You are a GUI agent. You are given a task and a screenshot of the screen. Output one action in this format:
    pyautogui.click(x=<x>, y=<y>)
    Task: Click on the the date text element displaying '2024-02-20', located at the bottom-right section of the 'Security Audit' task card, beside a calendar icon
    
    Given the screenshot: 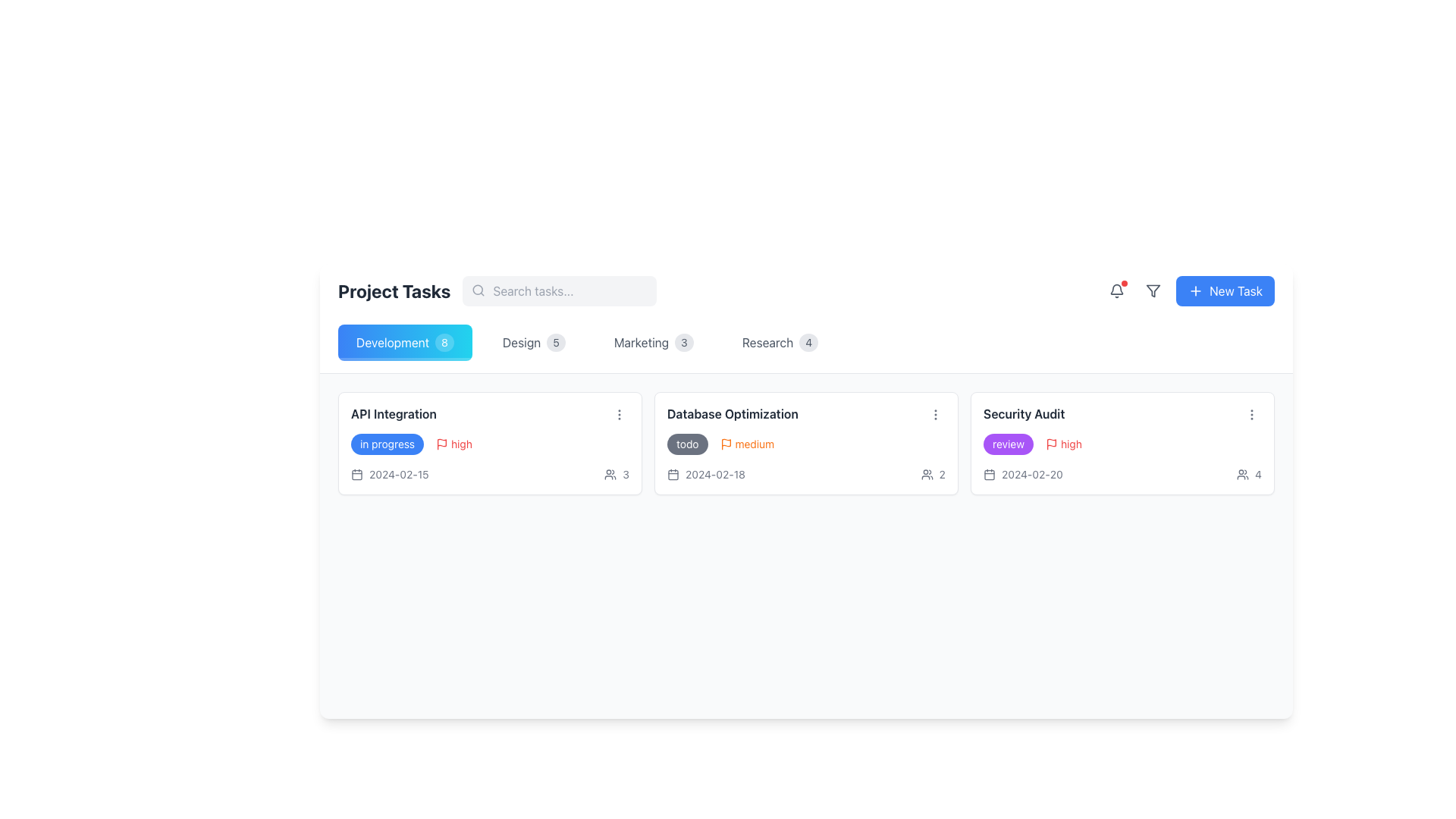 What is the action you would take?
    pyautogui.click(x=1031, y=473)
    